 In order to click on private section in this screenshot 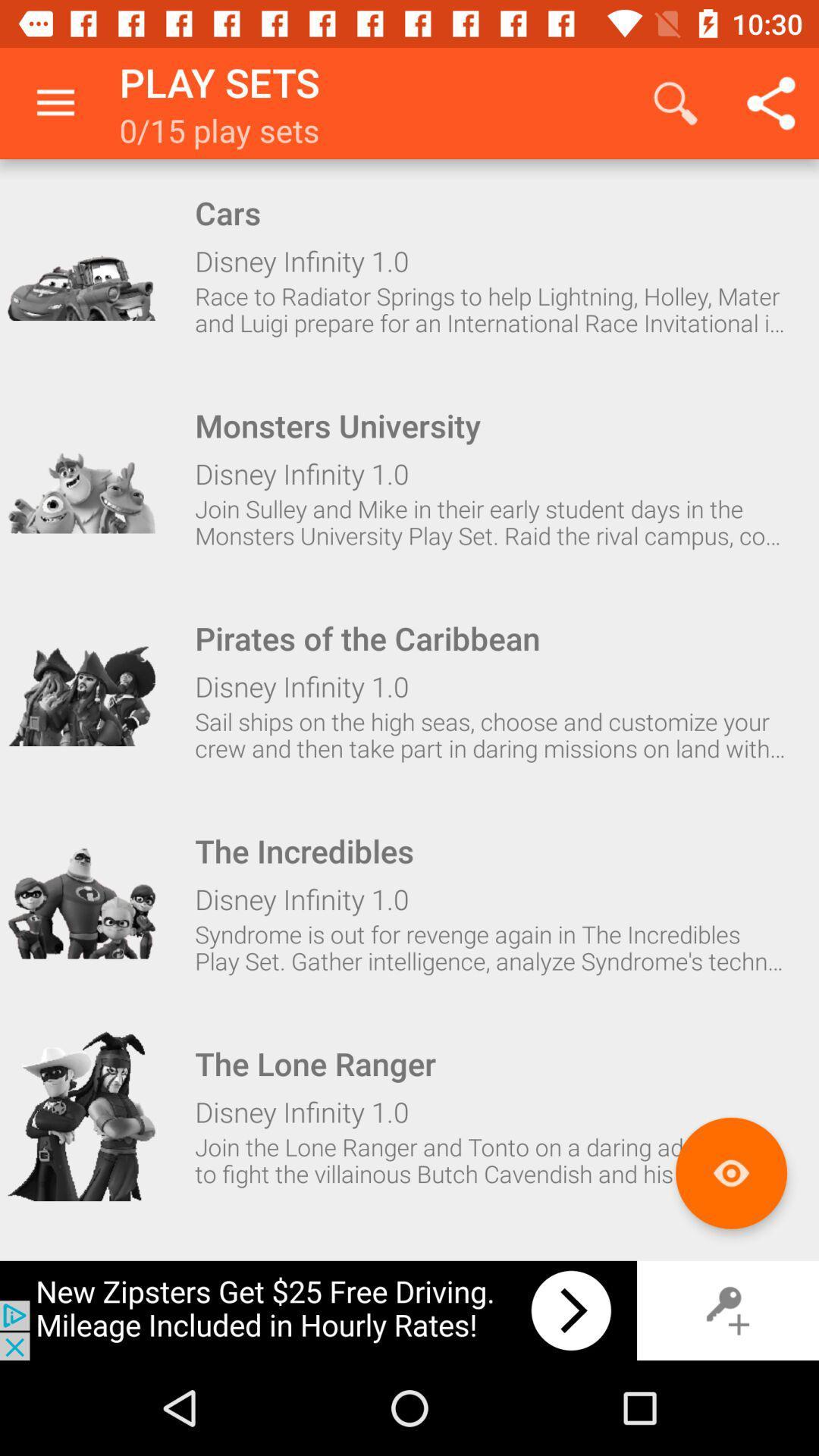, I will do `click(727, 1310)`.